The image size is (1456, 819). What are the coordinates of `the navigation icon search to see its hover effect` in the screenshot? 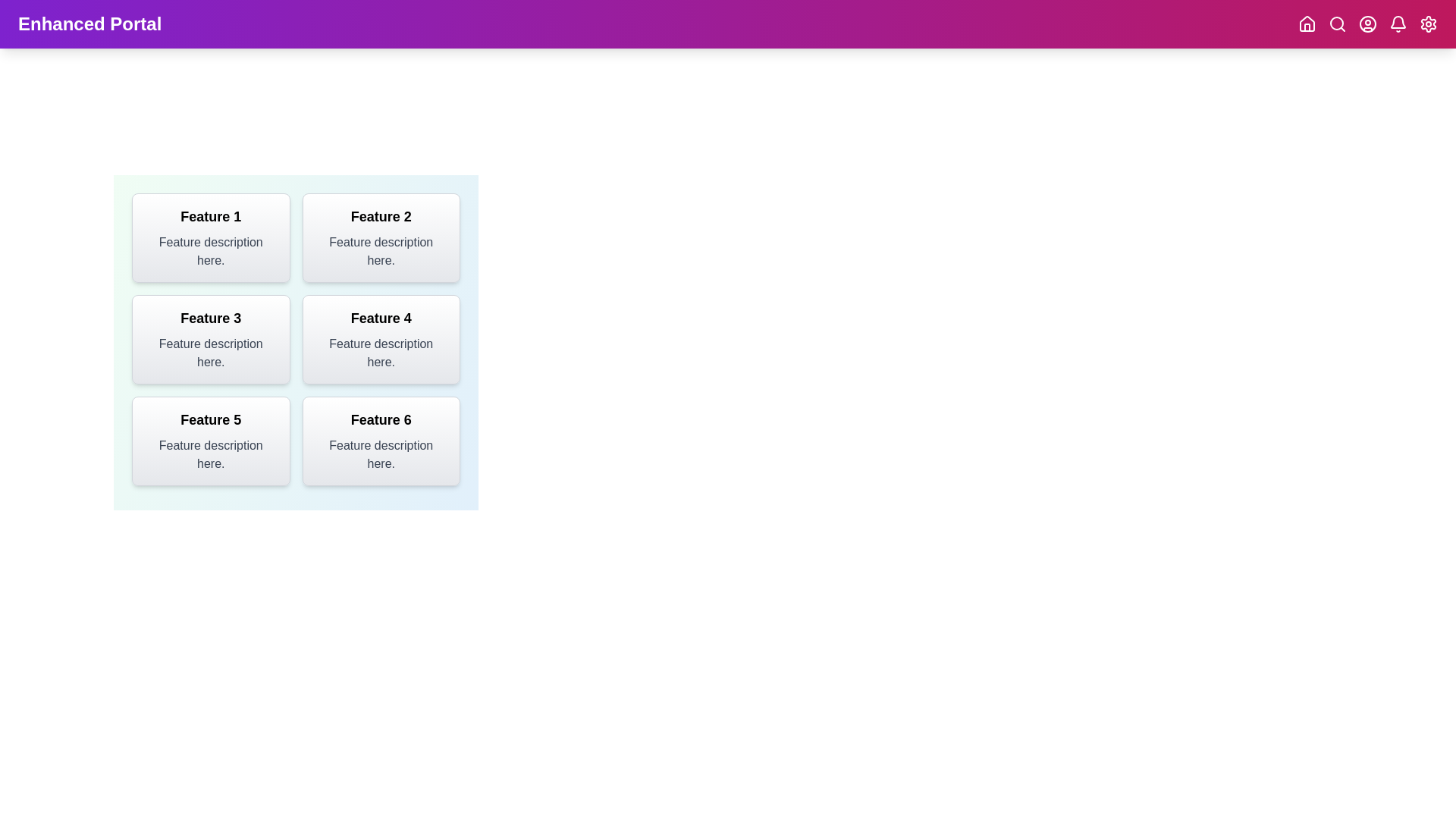 It's located at (1337, 24).